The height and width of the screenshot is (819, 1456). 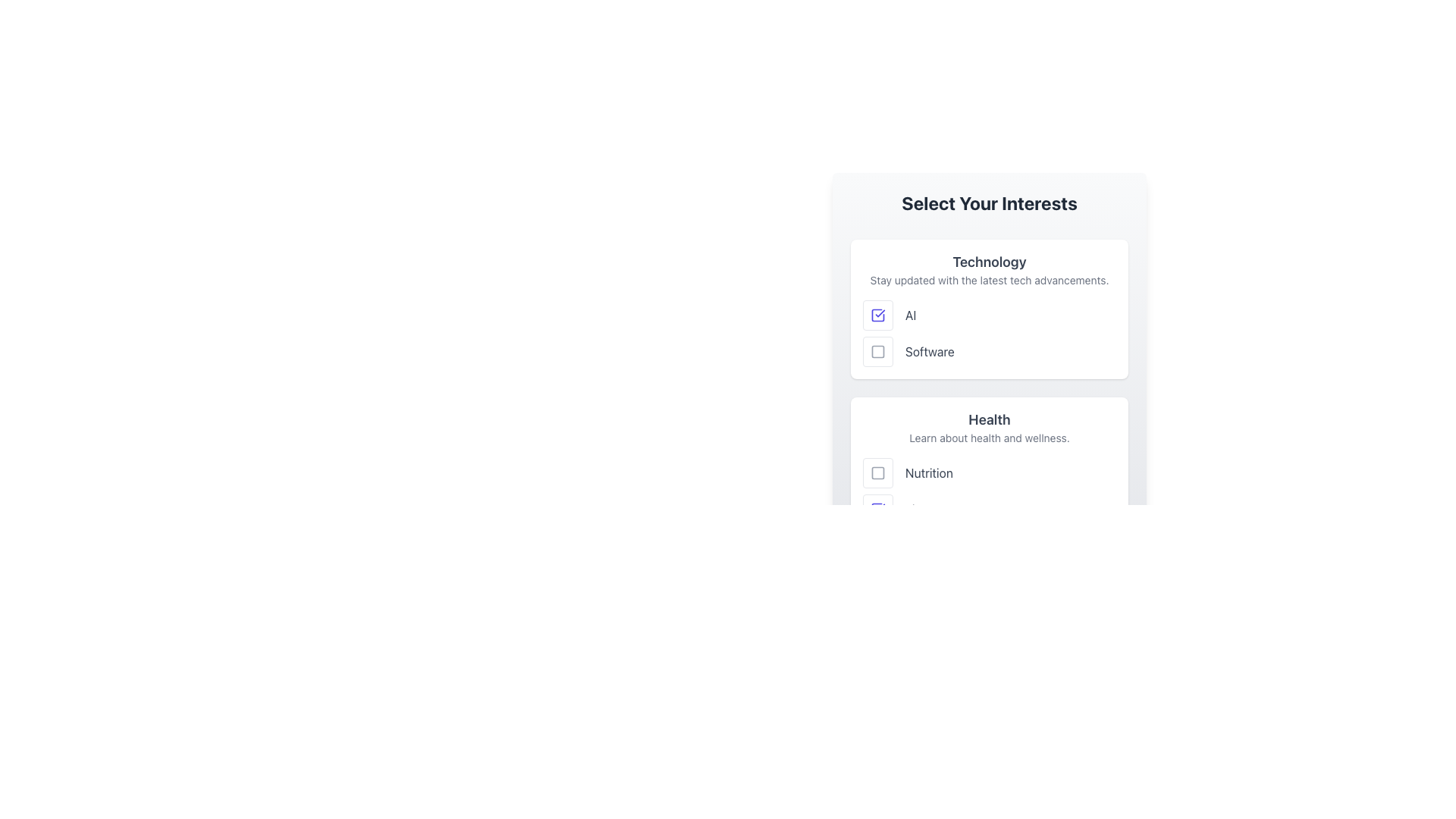 I want to click on the first selectable option button located within the 'Technology' card, positioned to the left of the text 'Software', to trigger tooltip or visual feedback, so click(x=877, y=351).